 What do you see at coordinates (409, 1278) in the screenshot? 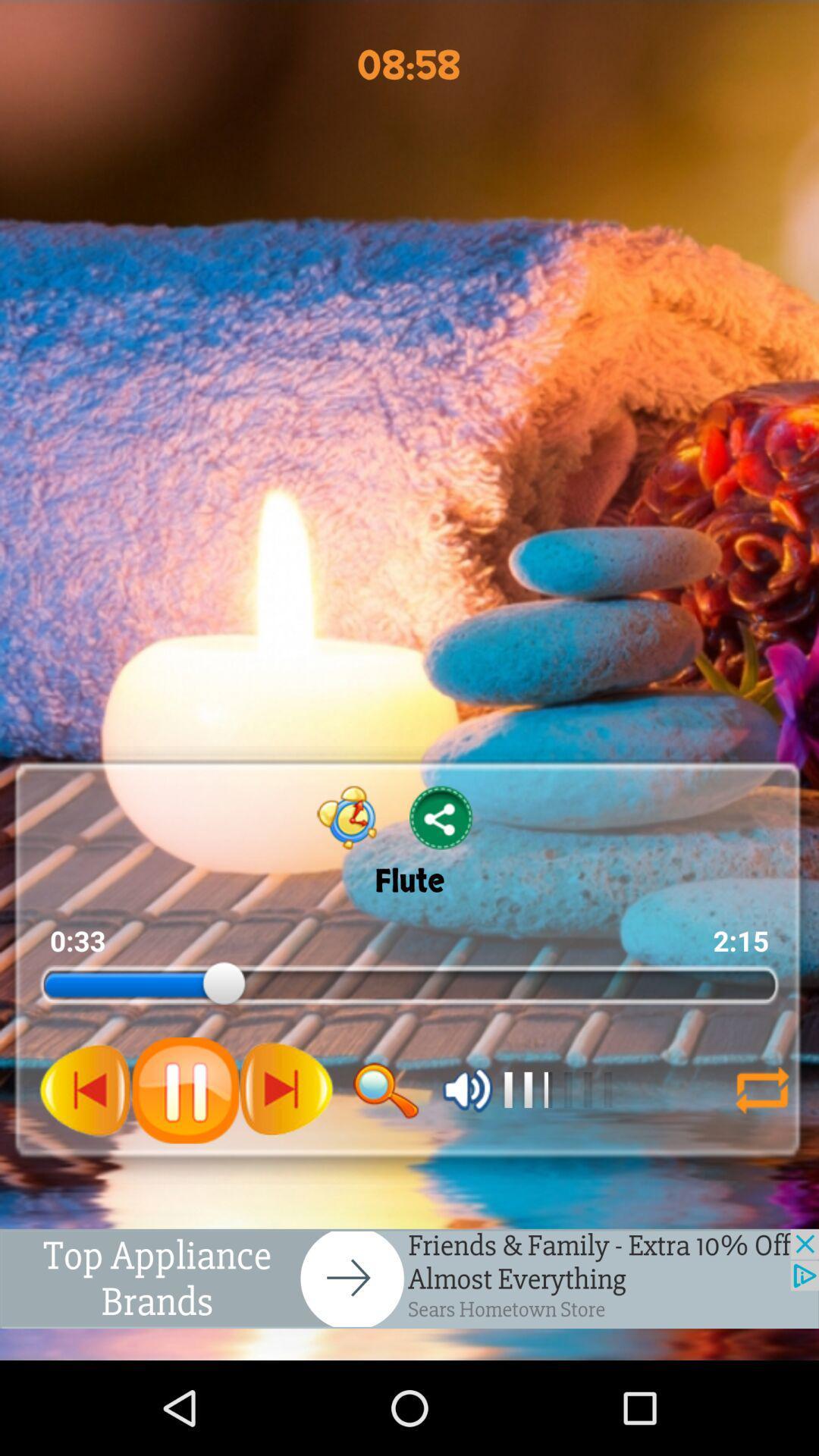
I see `advertisement` at bounding box center [409, 1278].